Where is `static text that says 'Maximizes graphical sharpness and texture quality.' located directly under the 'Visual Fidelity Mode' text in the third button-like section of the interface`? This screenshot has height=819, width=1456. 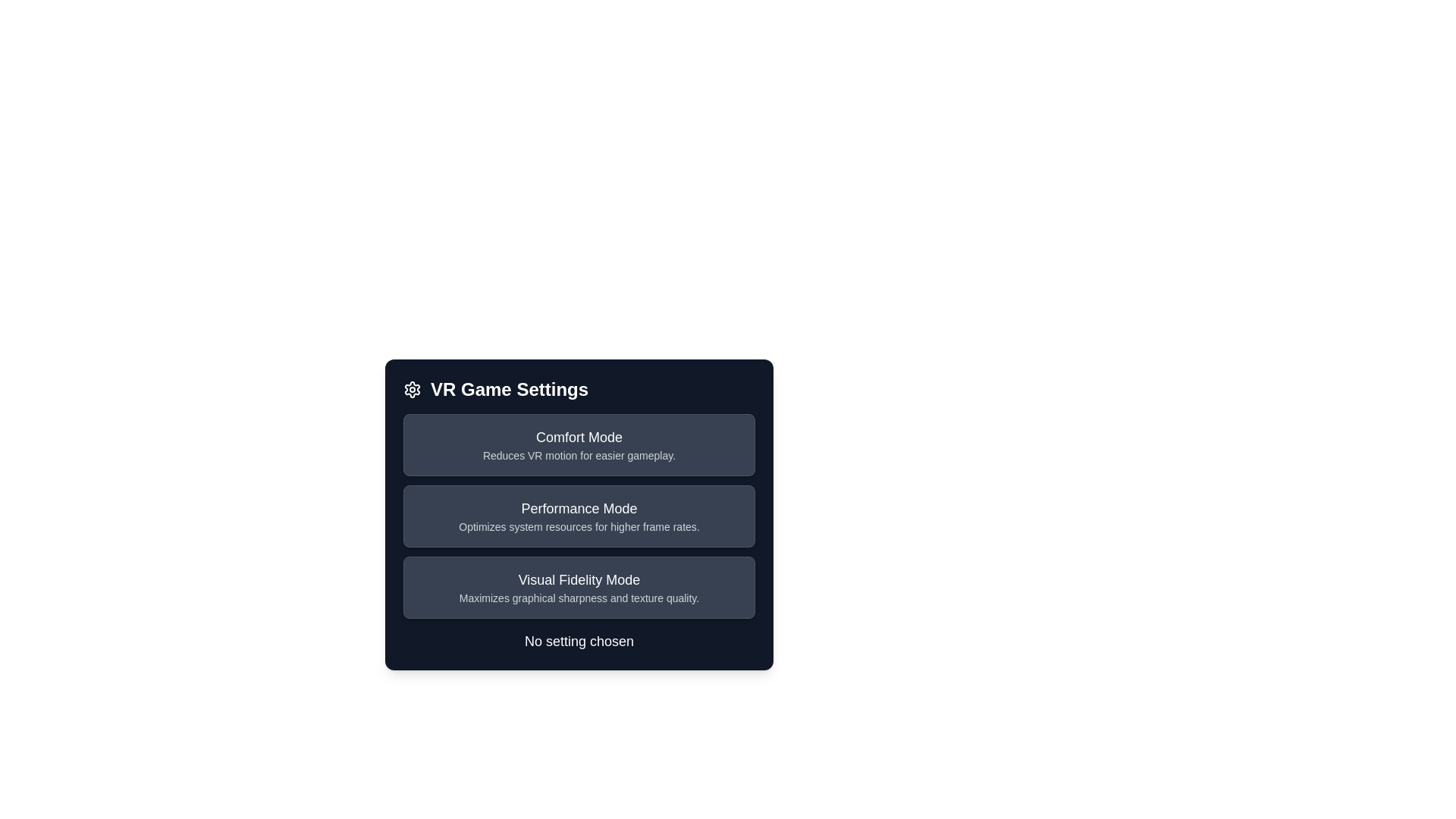 static text that says 'Maximizes graphical sharpness and texture quality.' located directly under the 'Visual Fidelity Mode' text in the third button-like section of the interface is located at coordinates (578, 598).